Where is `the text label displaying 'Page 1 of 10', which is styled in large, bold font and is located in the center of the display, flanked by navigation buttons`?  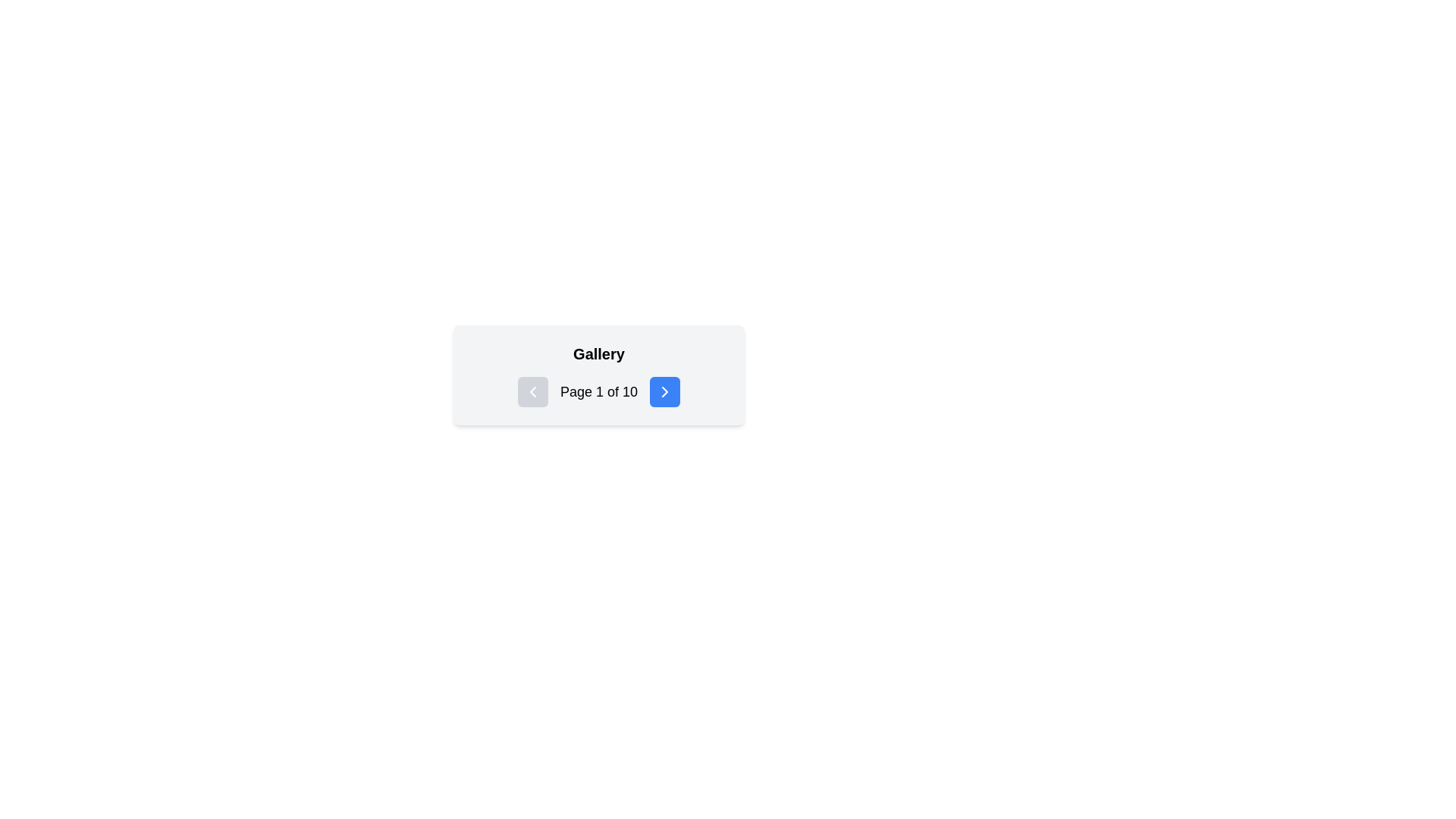
the text label displaying 'Page 1 of 10', which is styled in large, bold font and is located in the center of the display, flanked by navigation buttons is located at coordinates (598, 391).